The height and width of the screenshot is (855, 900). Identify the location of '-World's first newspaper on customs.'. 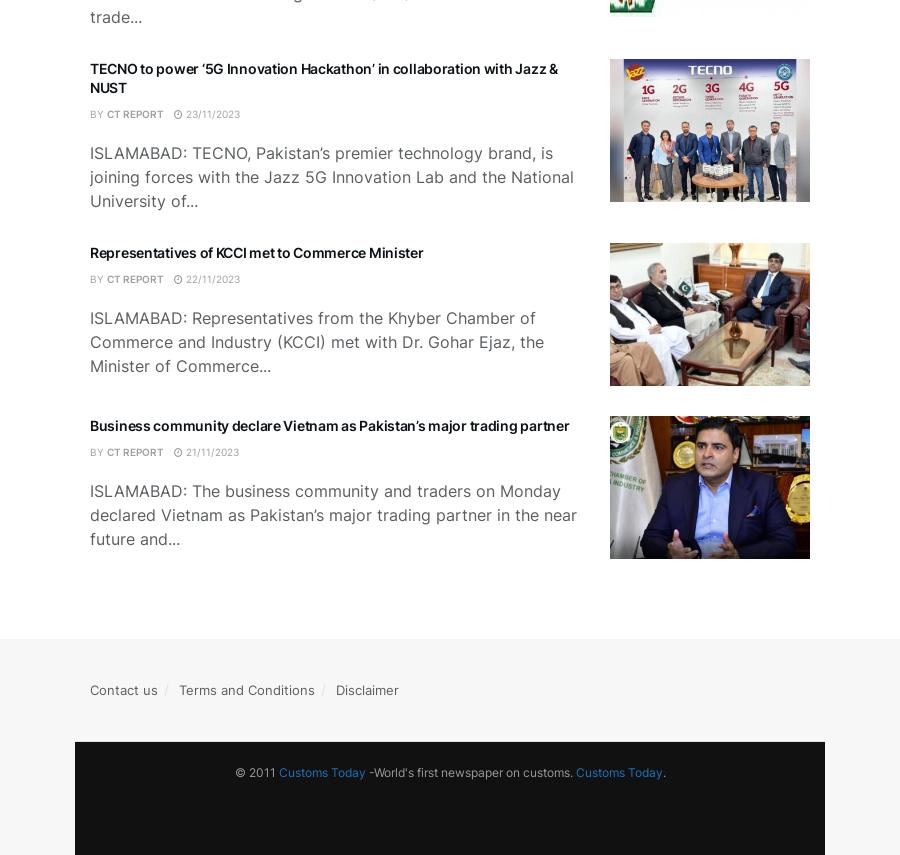
(468, 770).